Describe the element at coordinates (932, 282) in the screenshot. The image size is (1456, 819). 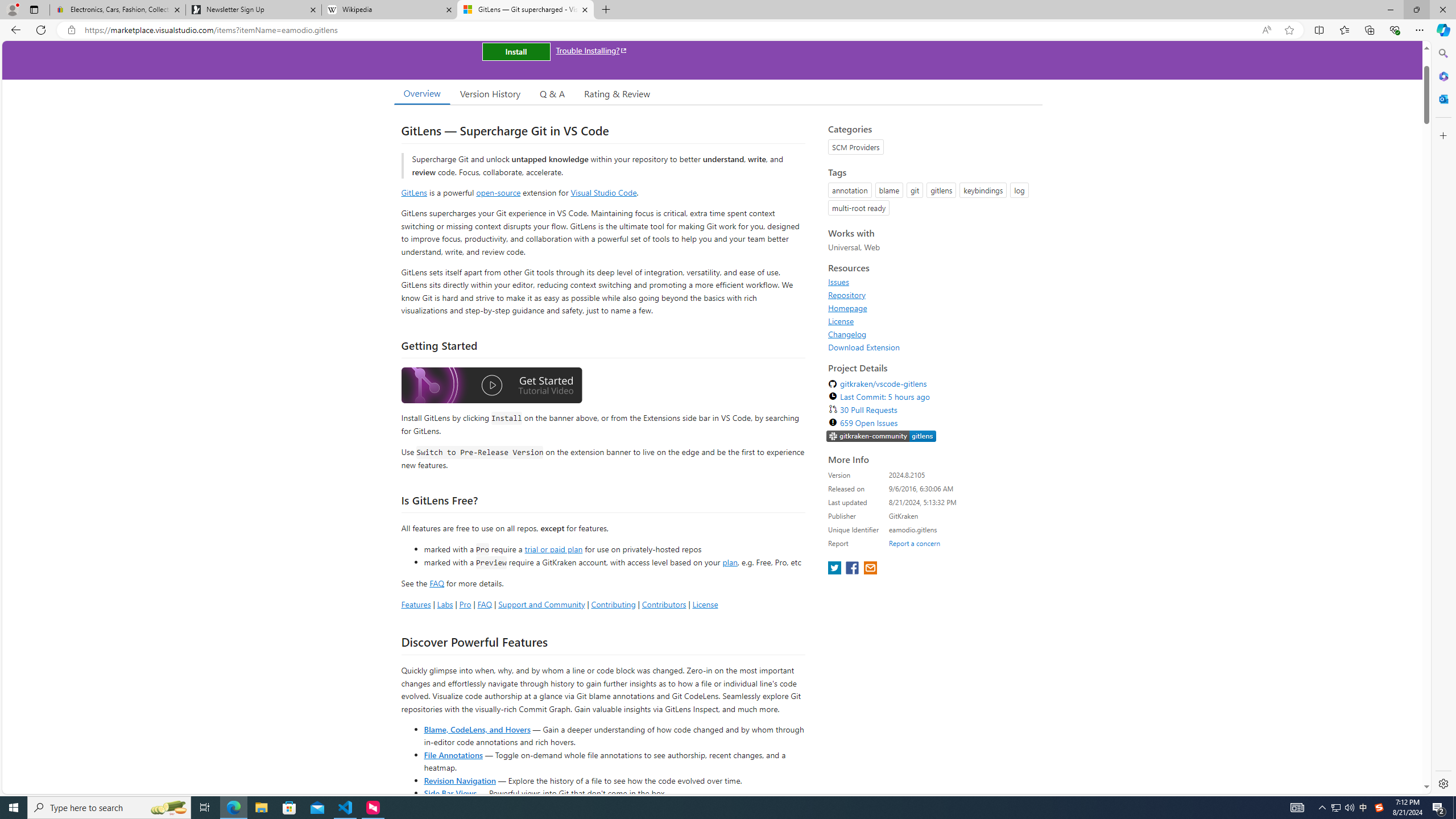
I see `'Issues'` at that location.